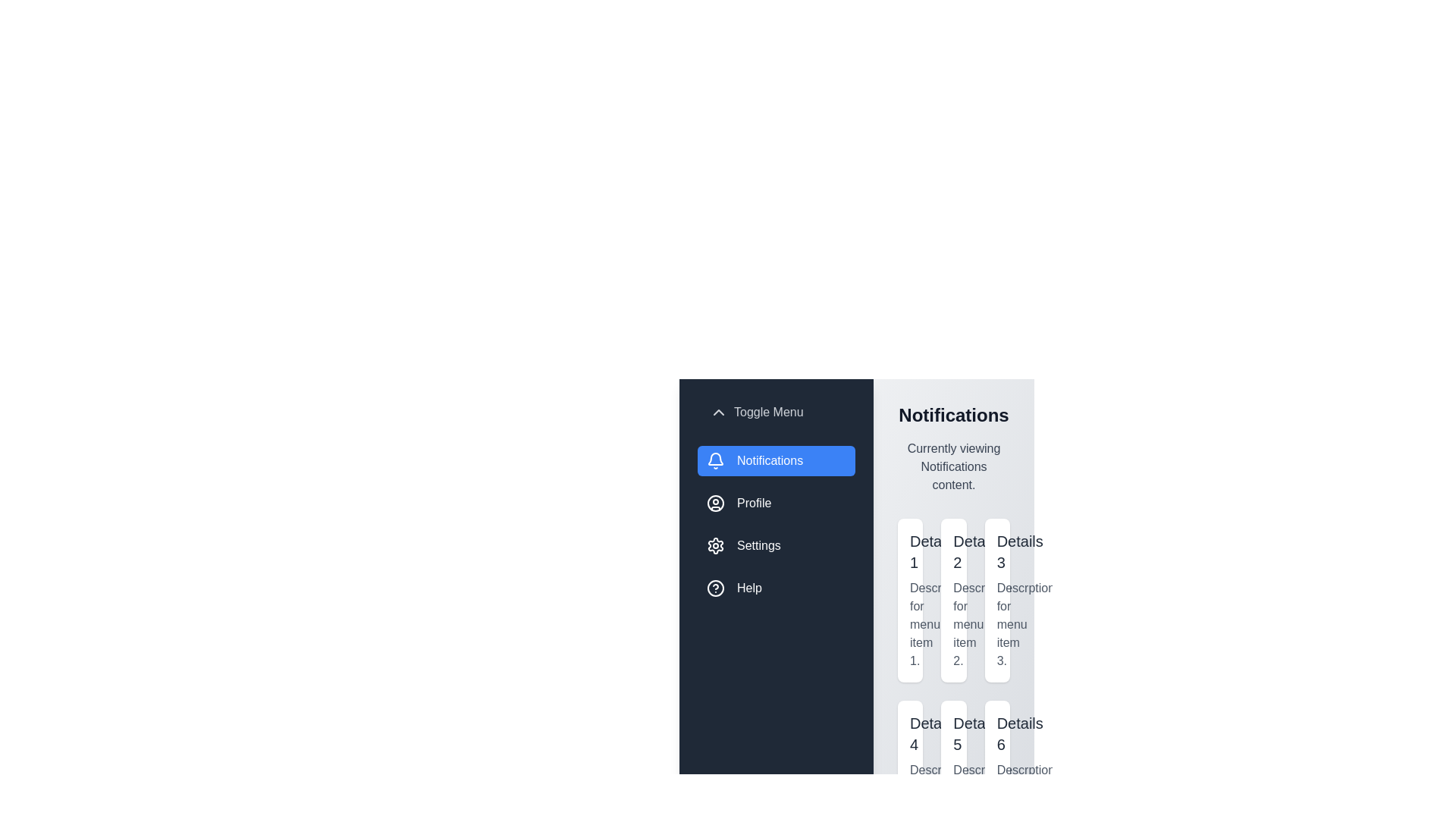 The image size is (1456, 819). What do you see at coordinates (756, 412) in the screenshot?
I see `the toggle button to toggle the menu visibility` at bounding box center [756, 412].